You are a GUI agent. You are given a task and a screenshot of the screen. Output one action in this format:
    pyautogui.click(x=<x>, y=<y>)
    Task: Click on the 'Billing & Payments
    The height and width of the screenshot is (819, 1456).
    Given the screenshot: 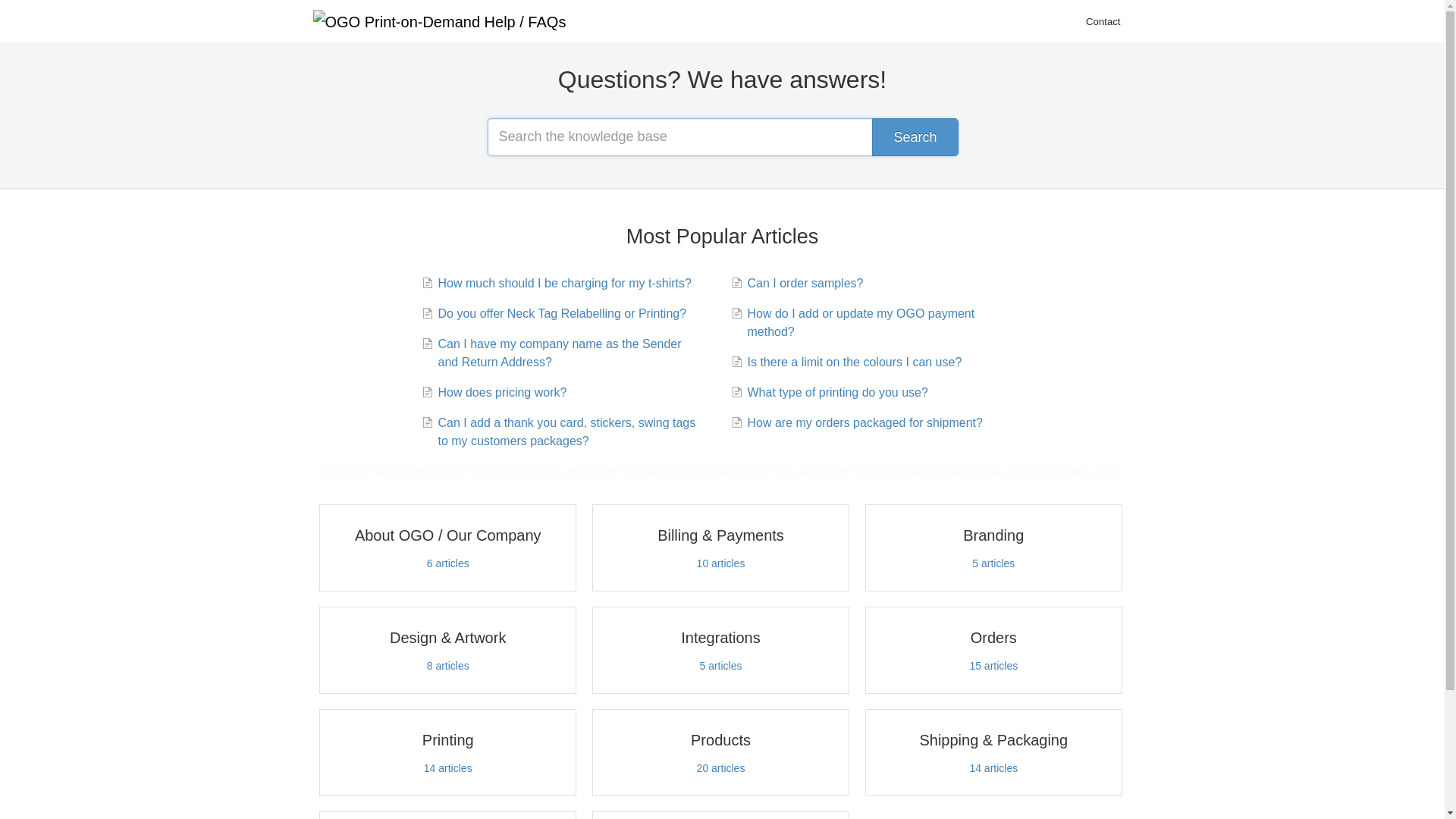 What is the action you would take?
    pyautogui.click(x=720, y=548)
    